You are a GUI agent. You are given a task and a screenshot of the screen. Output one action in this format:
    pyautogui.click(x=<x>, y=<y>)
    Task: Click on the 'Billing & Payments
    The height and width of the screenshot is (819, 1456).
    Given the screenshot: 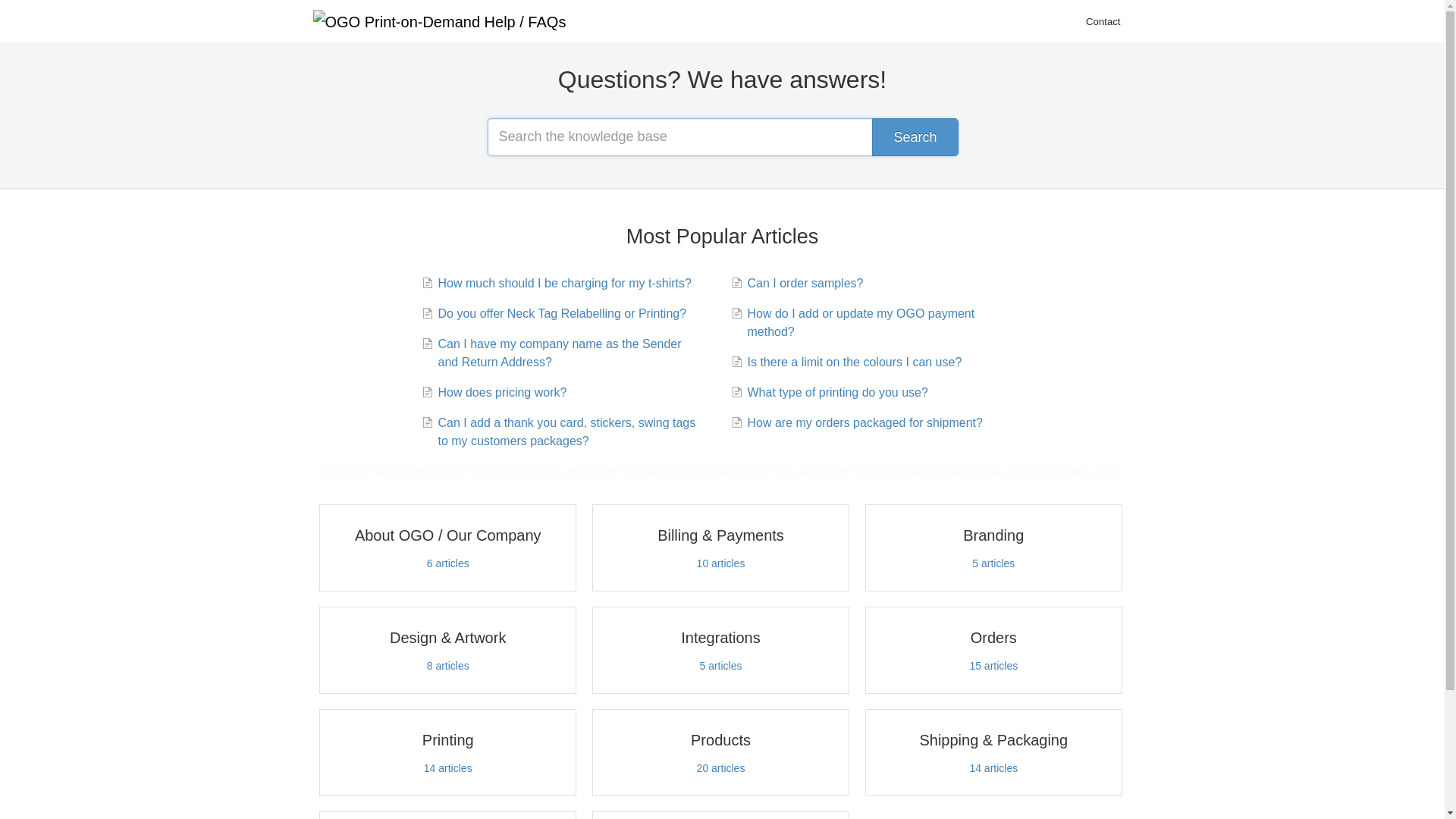 What is the action you would take?
    pyautogui.click(x=720, y=548)
    